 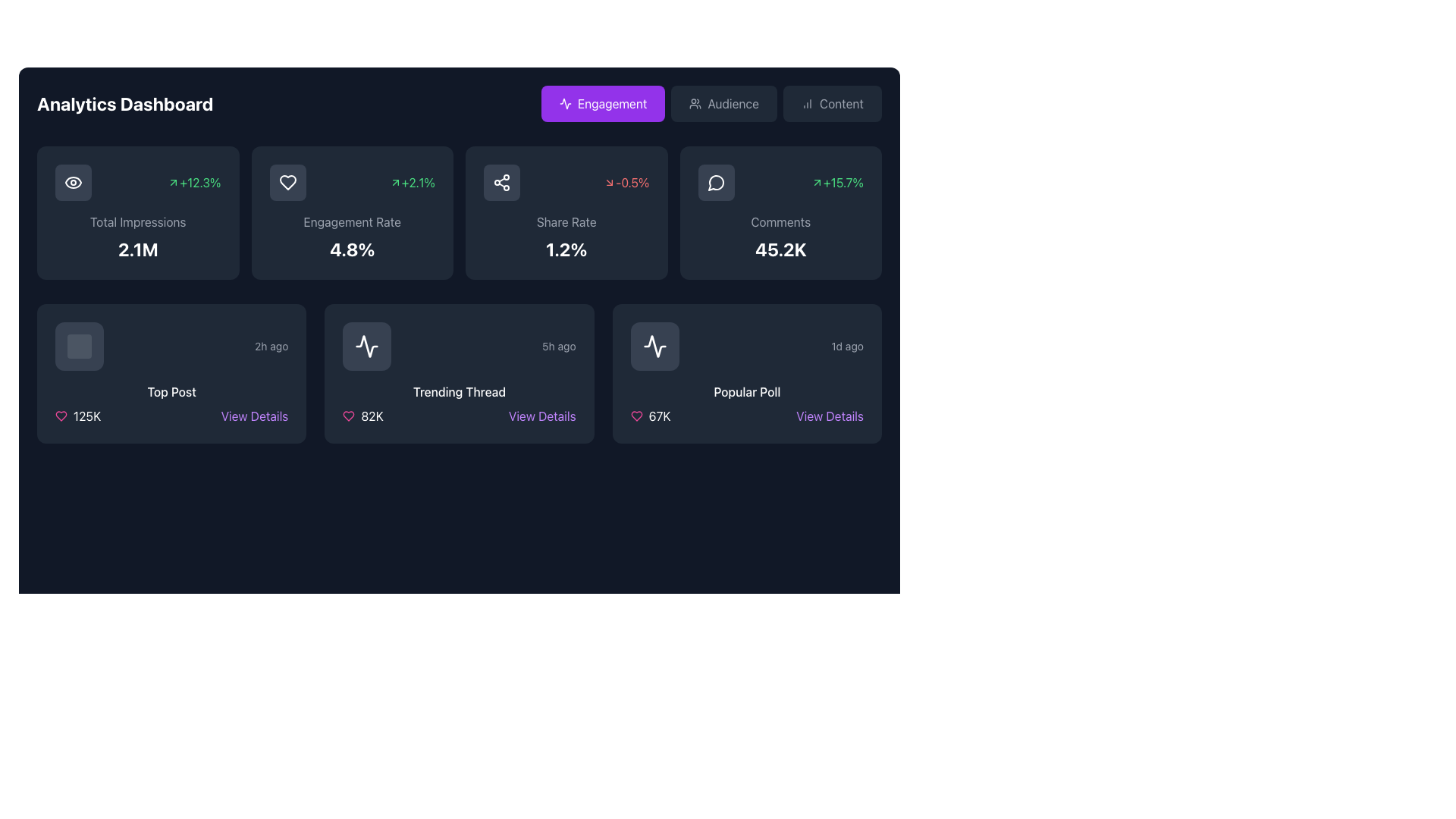 I want to click on the upward arrow icon located in the 'Total Impressions' tile near the text indicator '+12.3%', so click(x=174, y=181).